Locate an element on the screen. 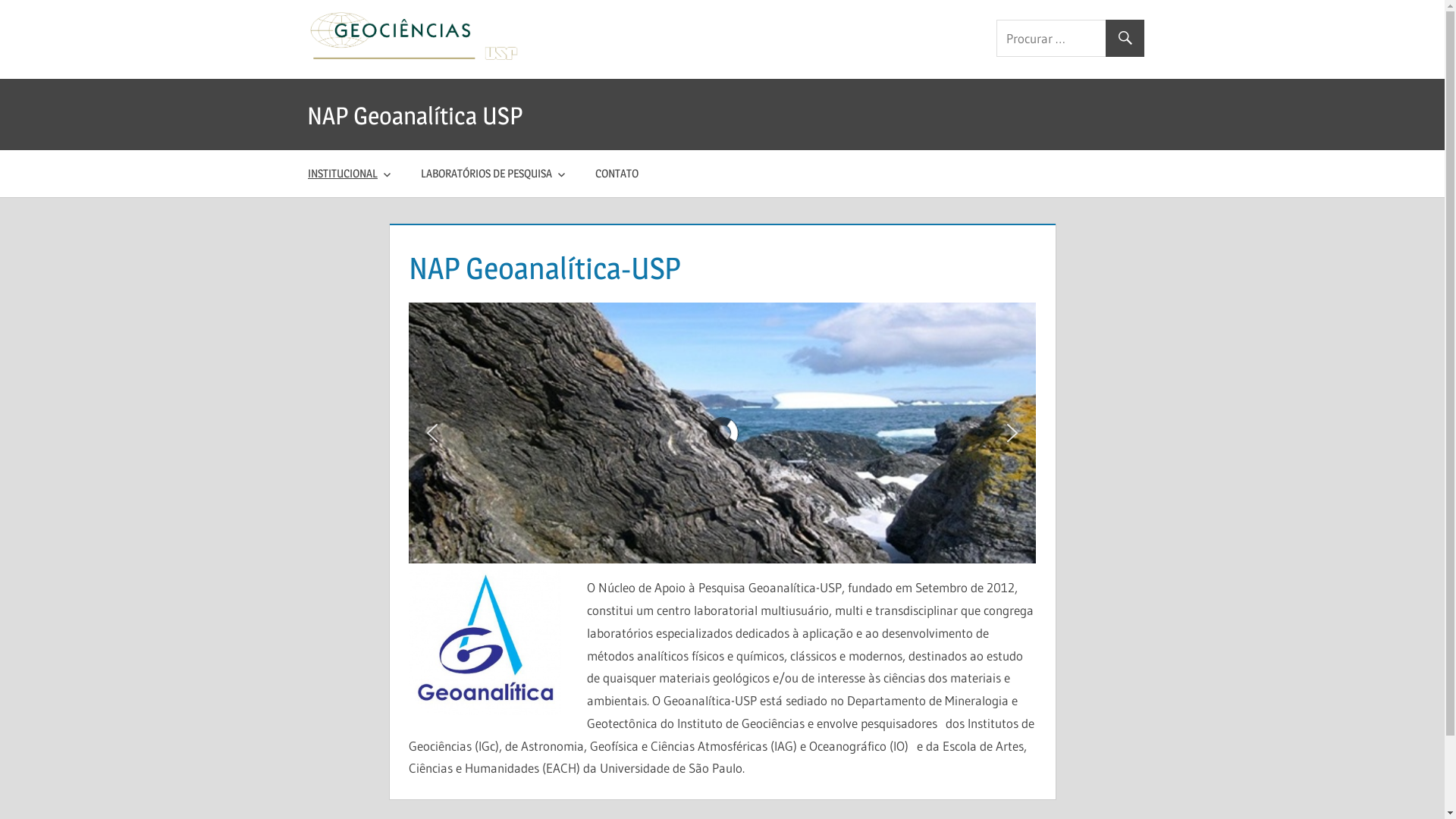 This screenshot has width=1456, height=819. 'INSTITUCIONAL' is located at coordinates (350, 172).